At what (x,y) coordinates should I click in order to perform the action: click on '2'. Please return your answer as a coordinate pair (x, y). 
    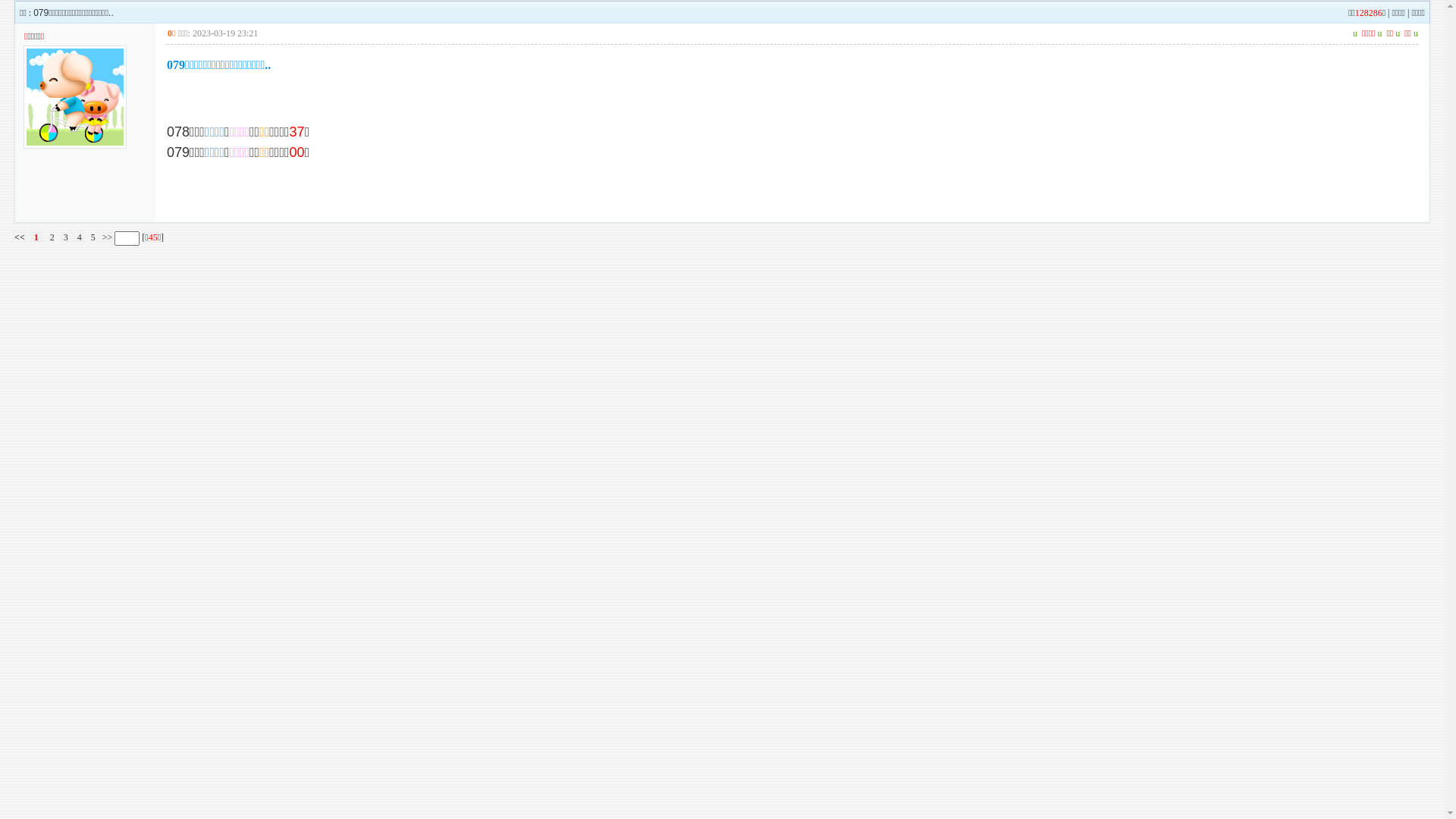
    Looking at the image, I should click on (52, 237).